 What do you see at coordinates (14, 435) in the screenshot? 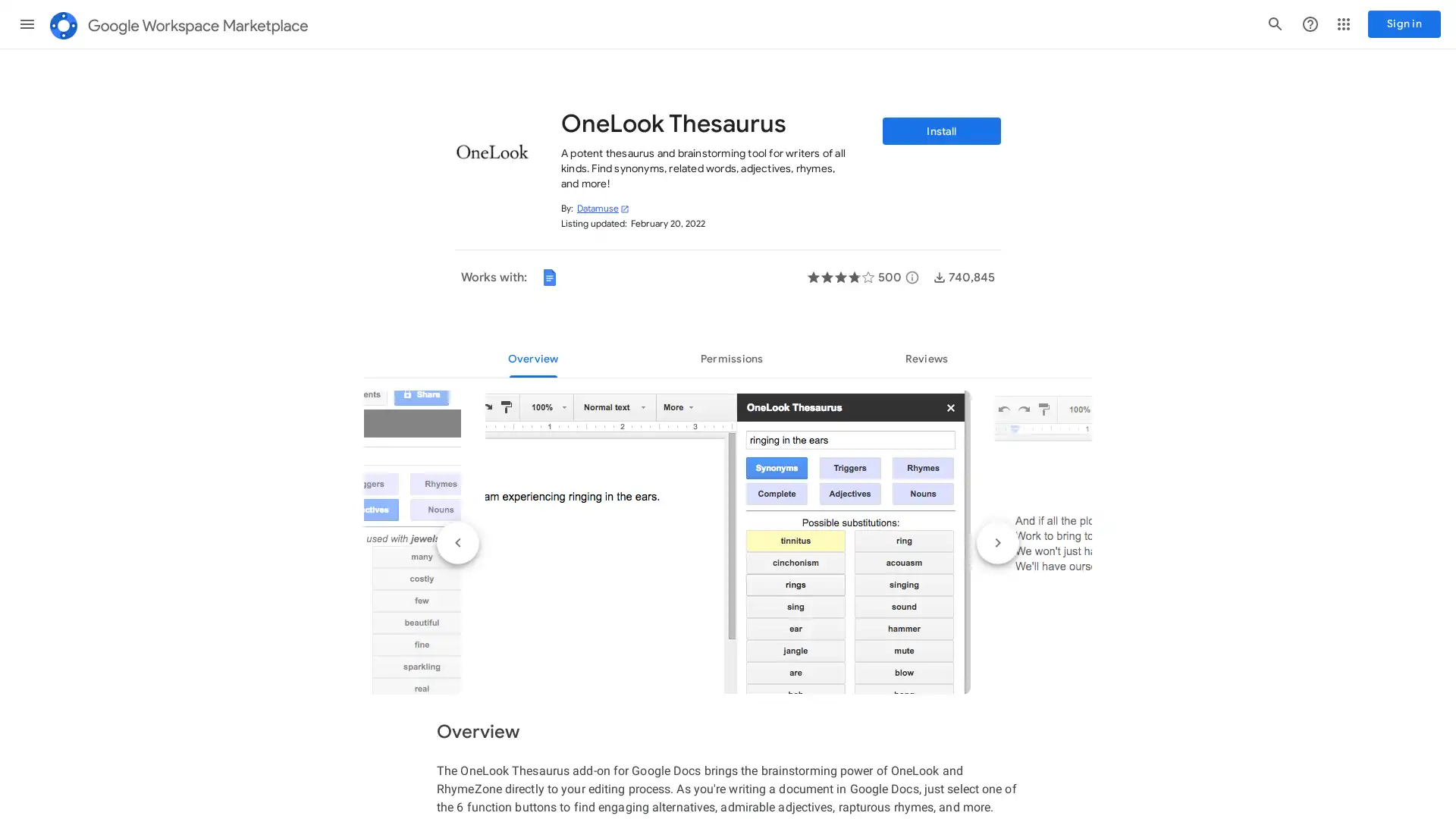
I see `Works with Google products` at bounding box center [14, 435].